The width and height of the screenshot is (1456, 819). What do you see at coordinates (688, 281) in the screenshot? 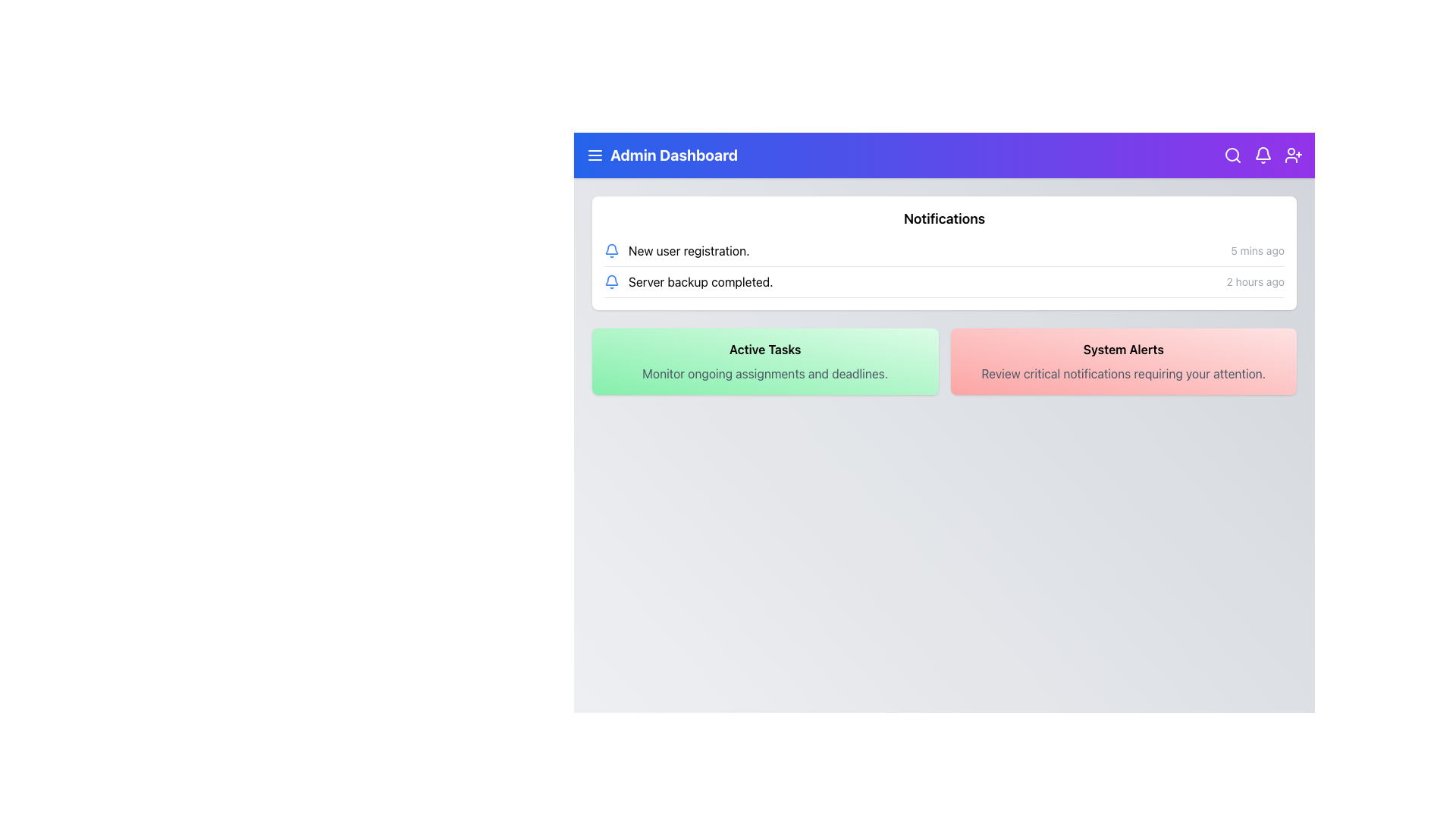
I see `notification indicating that a server backup has been successfully completed, located in the second row of notifications in the 'Notifications' section, to the left of the time indication ('2 hours ago')` at bounding box center [688, 281].